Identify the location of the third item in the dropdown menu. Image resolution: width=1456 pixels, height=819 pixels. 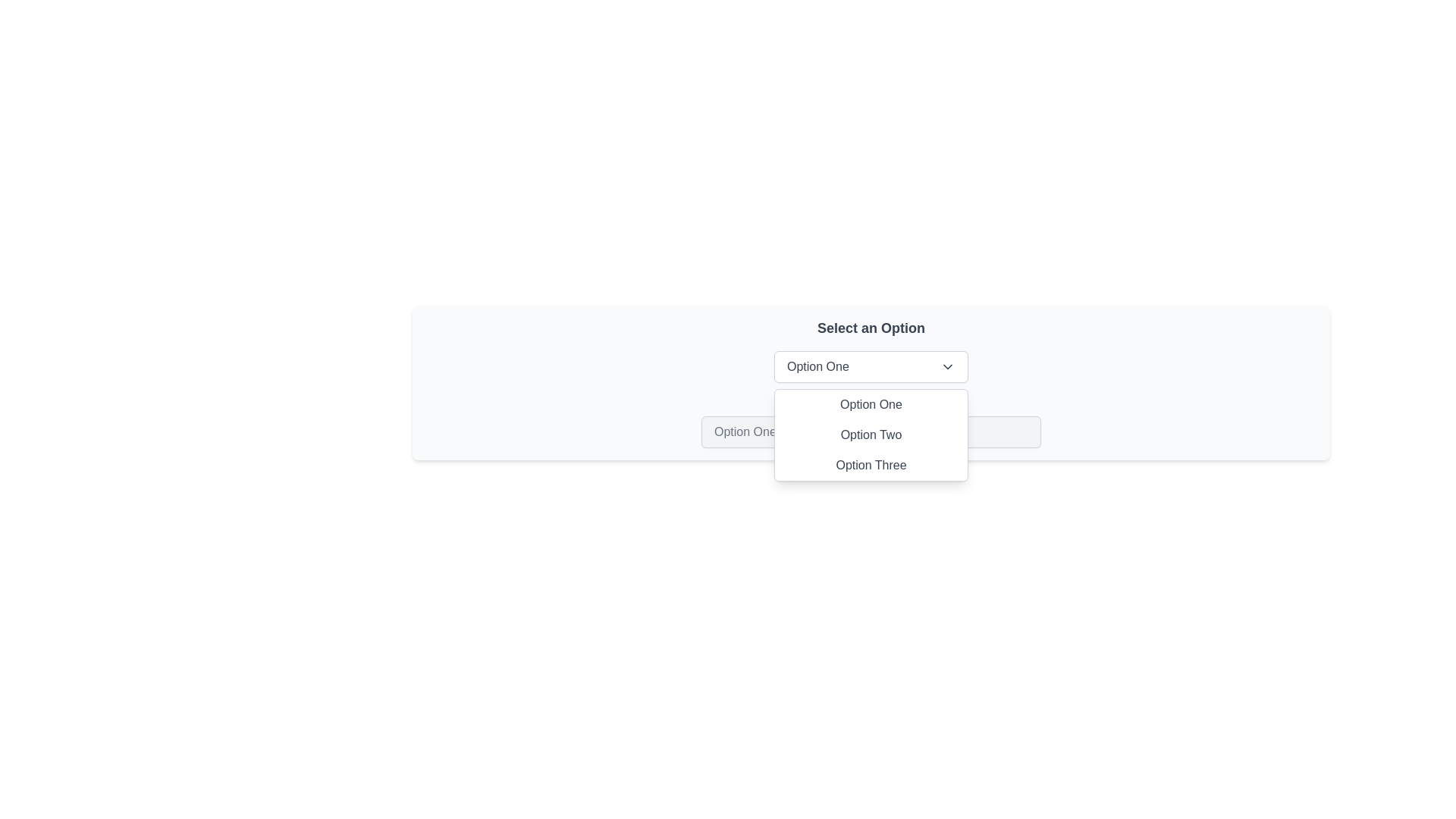
(871, 464).